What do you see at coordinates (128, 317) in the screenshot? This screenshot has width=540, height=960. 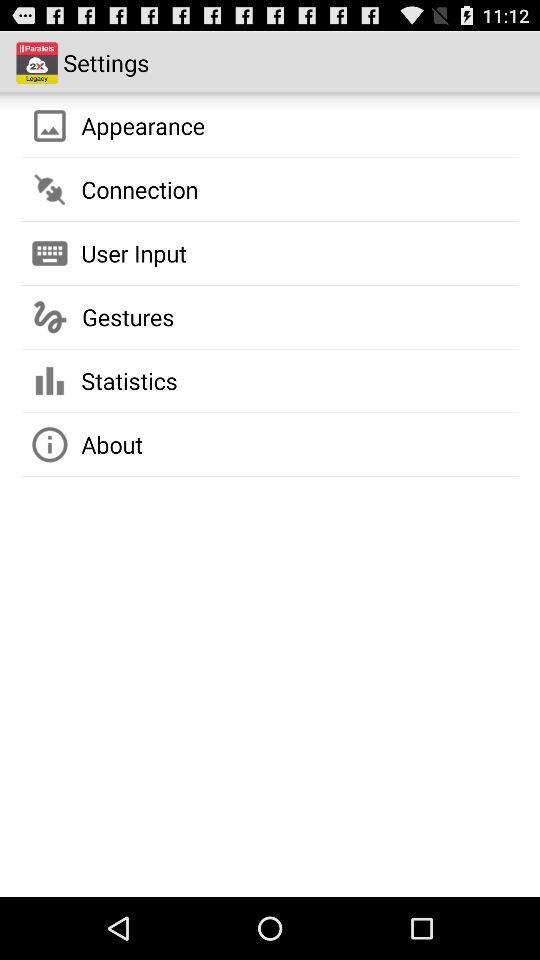 I see `the item below user input item` at bounding box center [128, 317].